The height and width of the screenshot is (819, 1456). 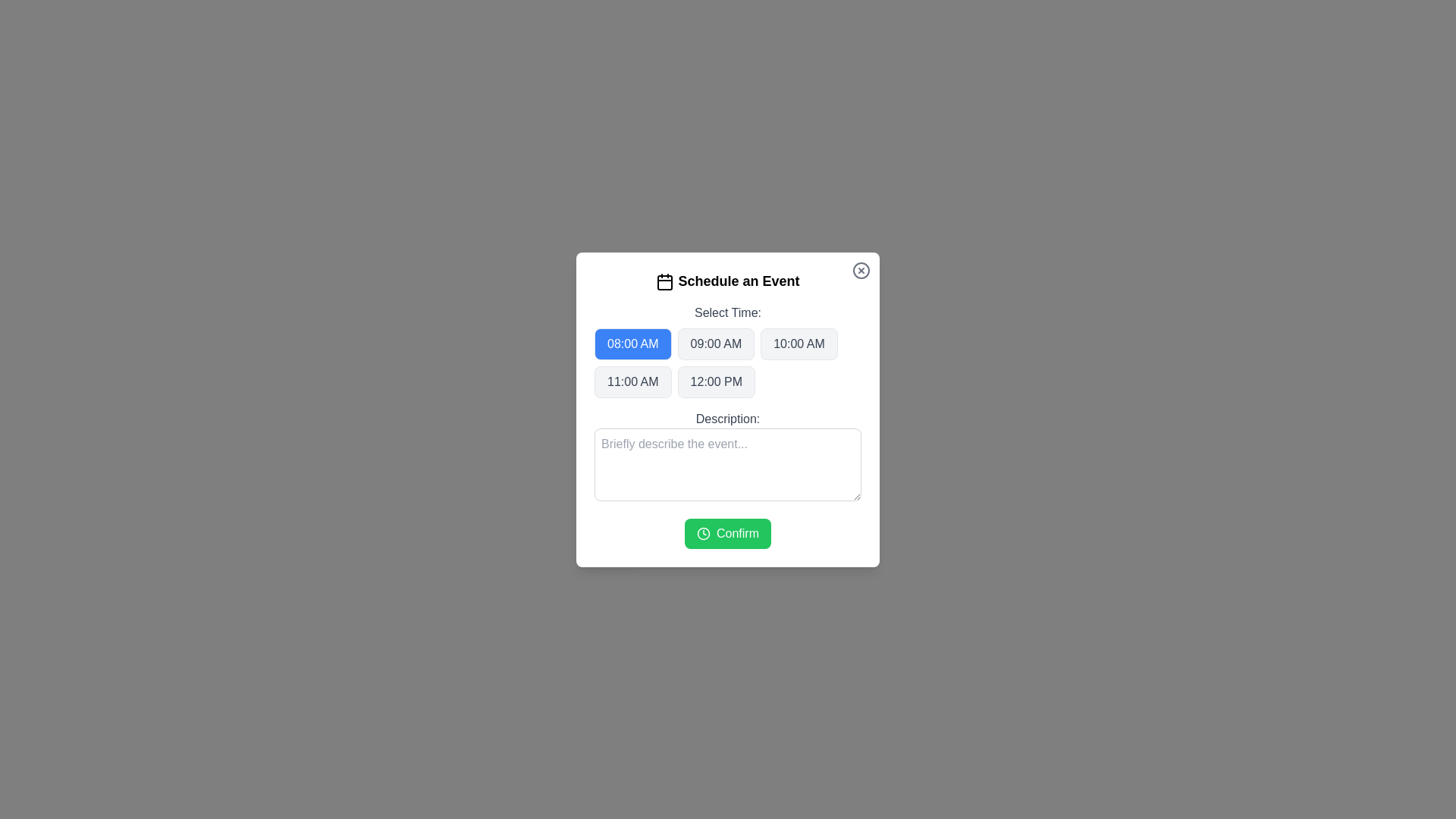 What do you see at coordinates (632, 381) in the screenshot?
I see `the button that allows the user to select the time of 11:00 AM, which is the fourth button in a horizontal group of five options` at bounding box center [632, 381].